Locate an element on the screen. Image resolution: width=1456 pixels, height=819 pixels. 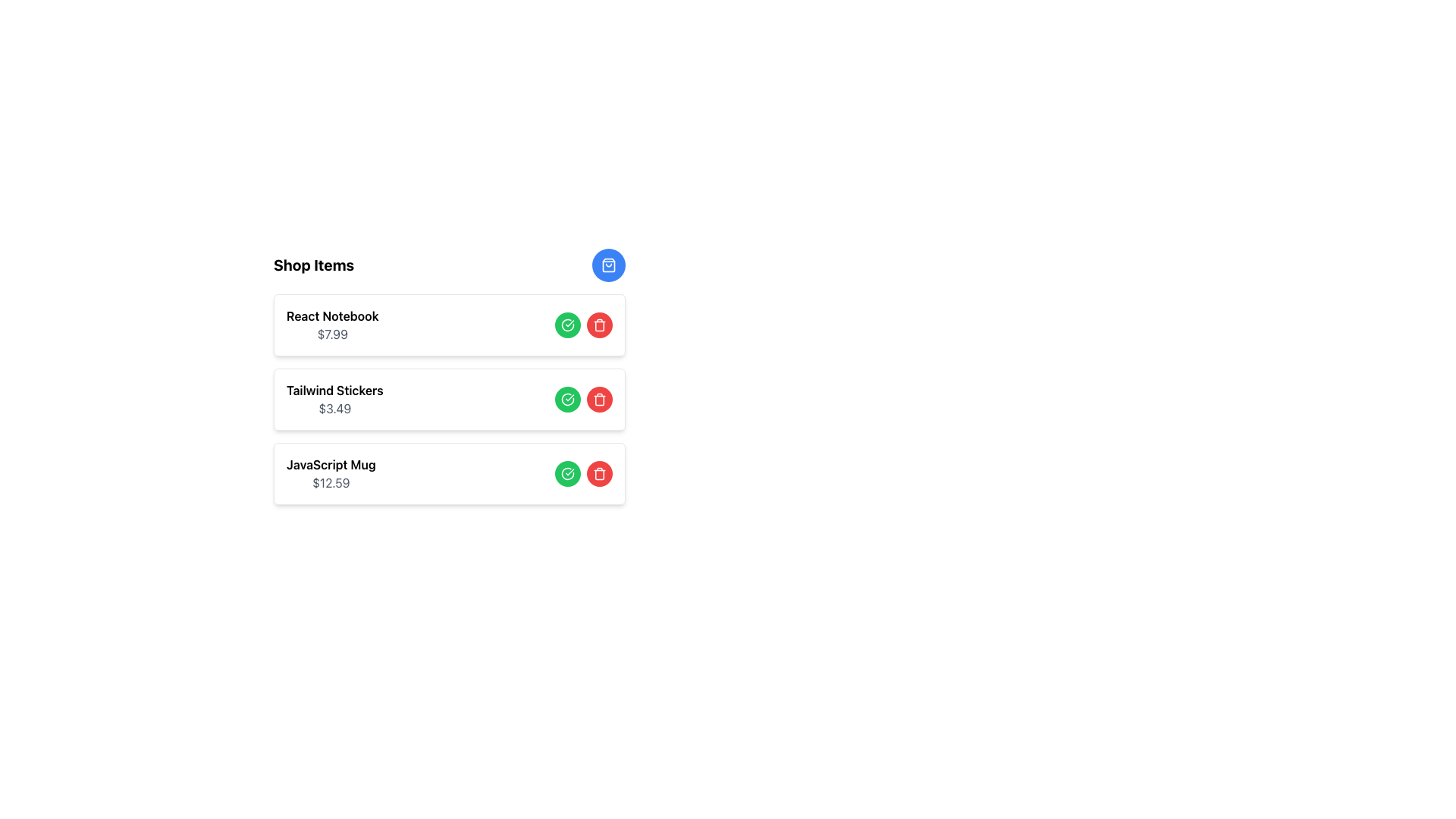
text displayed in the Text Display element that shows the name and price of the first product item in the shopping list is located at coordinates (331, 324).